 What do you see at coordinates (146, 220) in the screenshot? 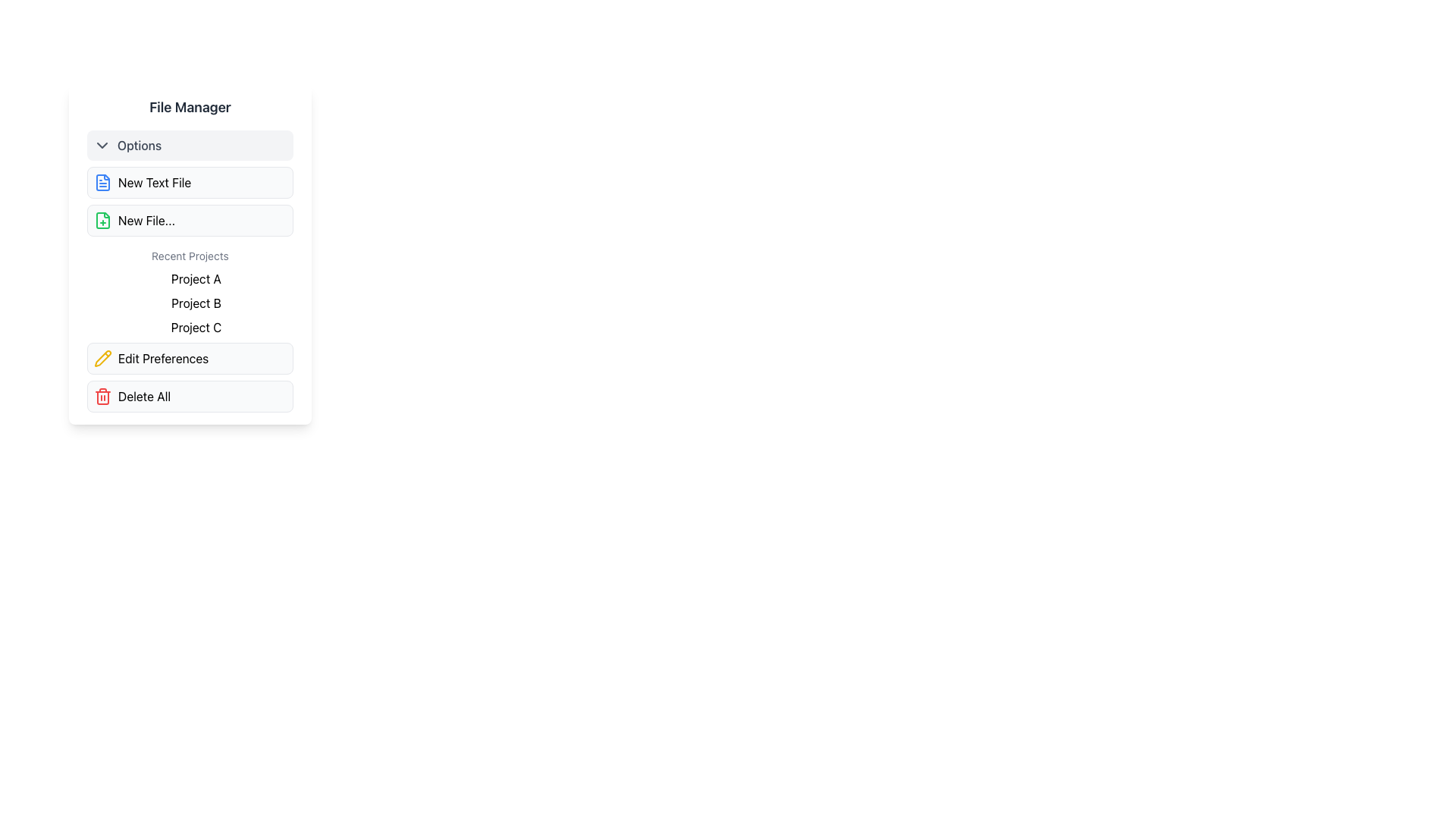
I see `the text label reading 'New File...'` at bounding box center [146, 220].